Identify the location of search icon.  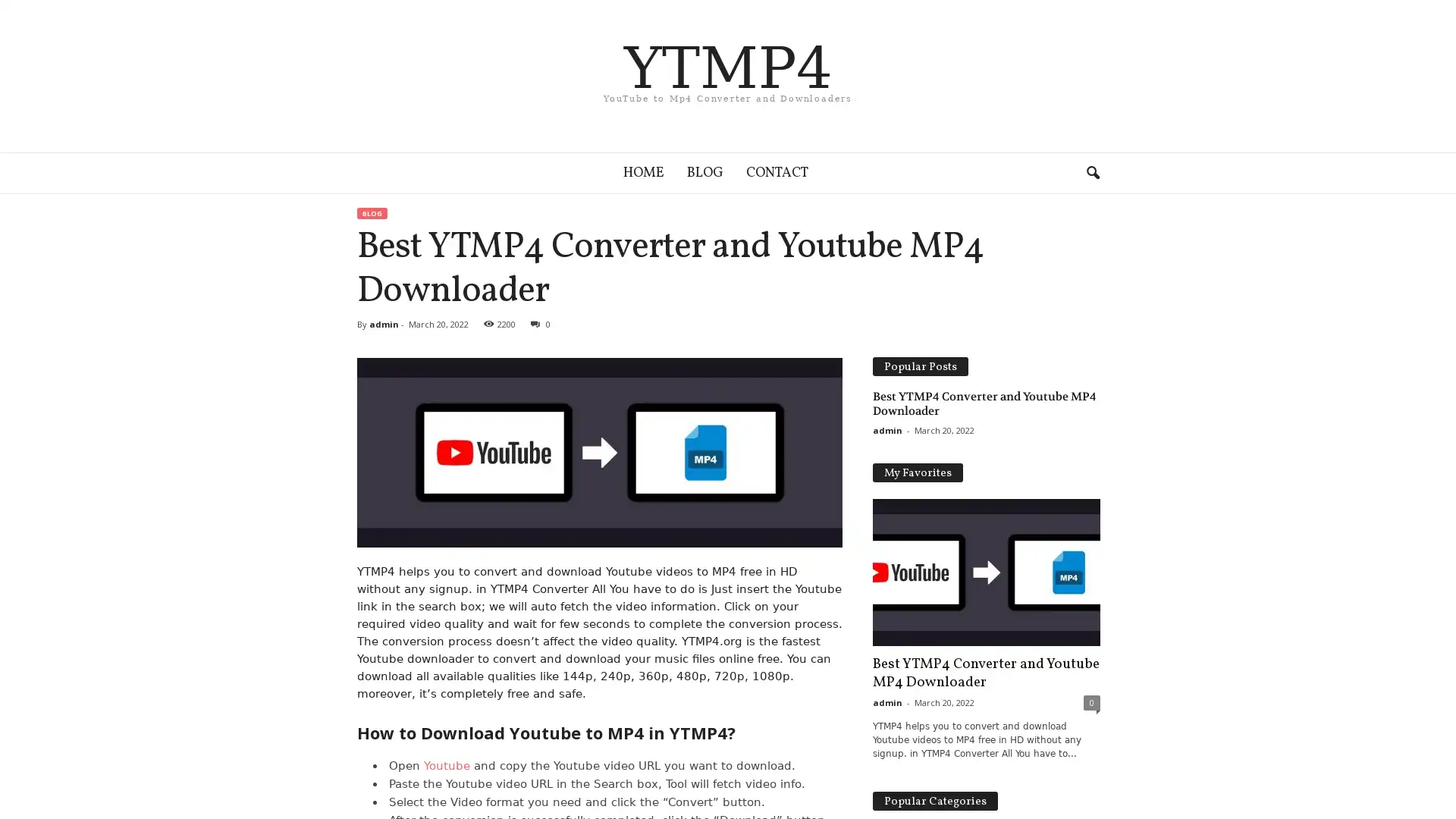
(1092, 171).